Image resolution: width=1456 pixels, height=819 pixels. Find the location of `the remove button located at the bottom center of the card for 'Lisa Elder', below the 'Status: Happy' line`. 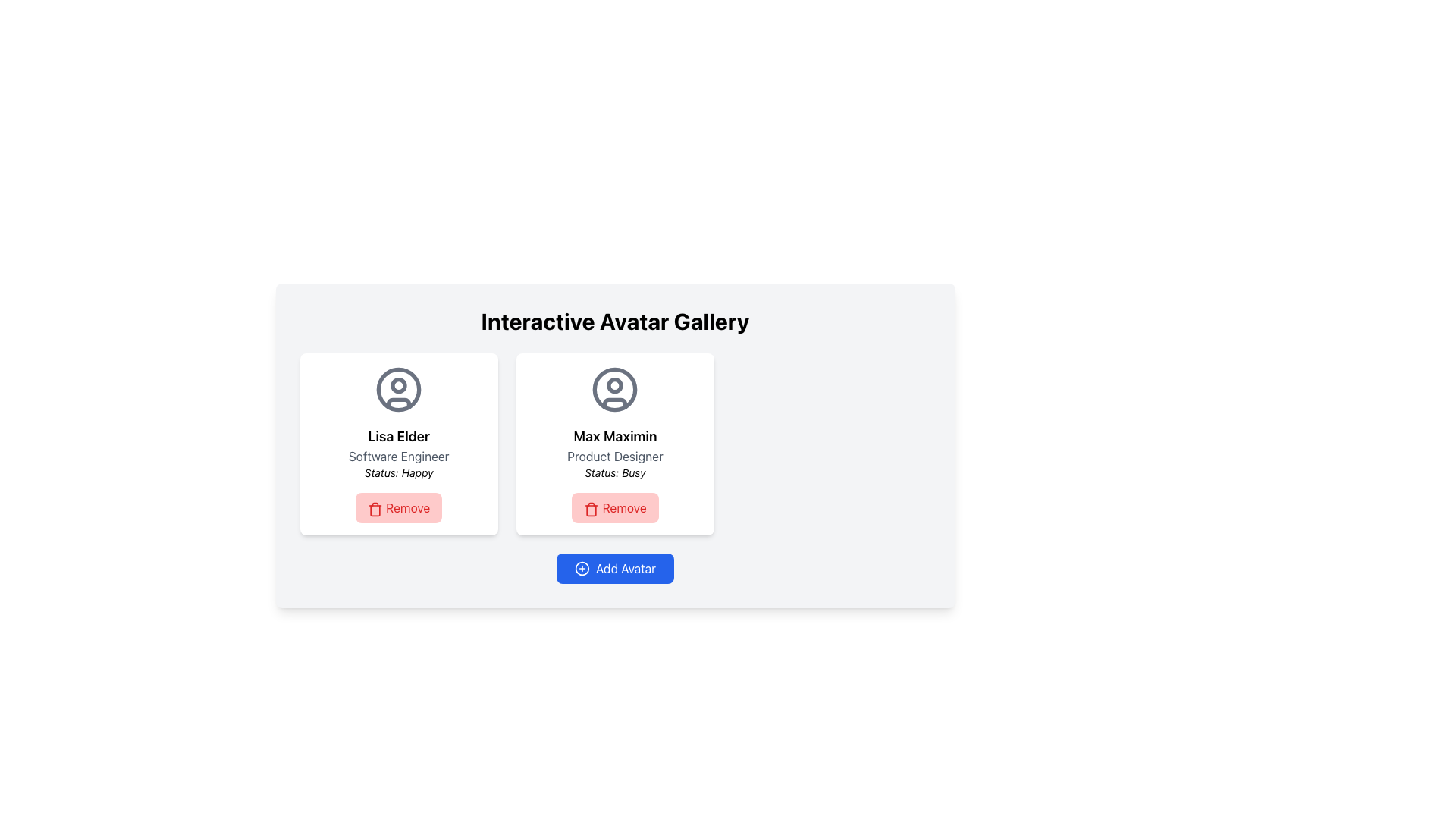

the remove button located at the bottom center of the card for 'Lisa Elder', below the 'Status: Happy' line is located at coordinates (399, 508).